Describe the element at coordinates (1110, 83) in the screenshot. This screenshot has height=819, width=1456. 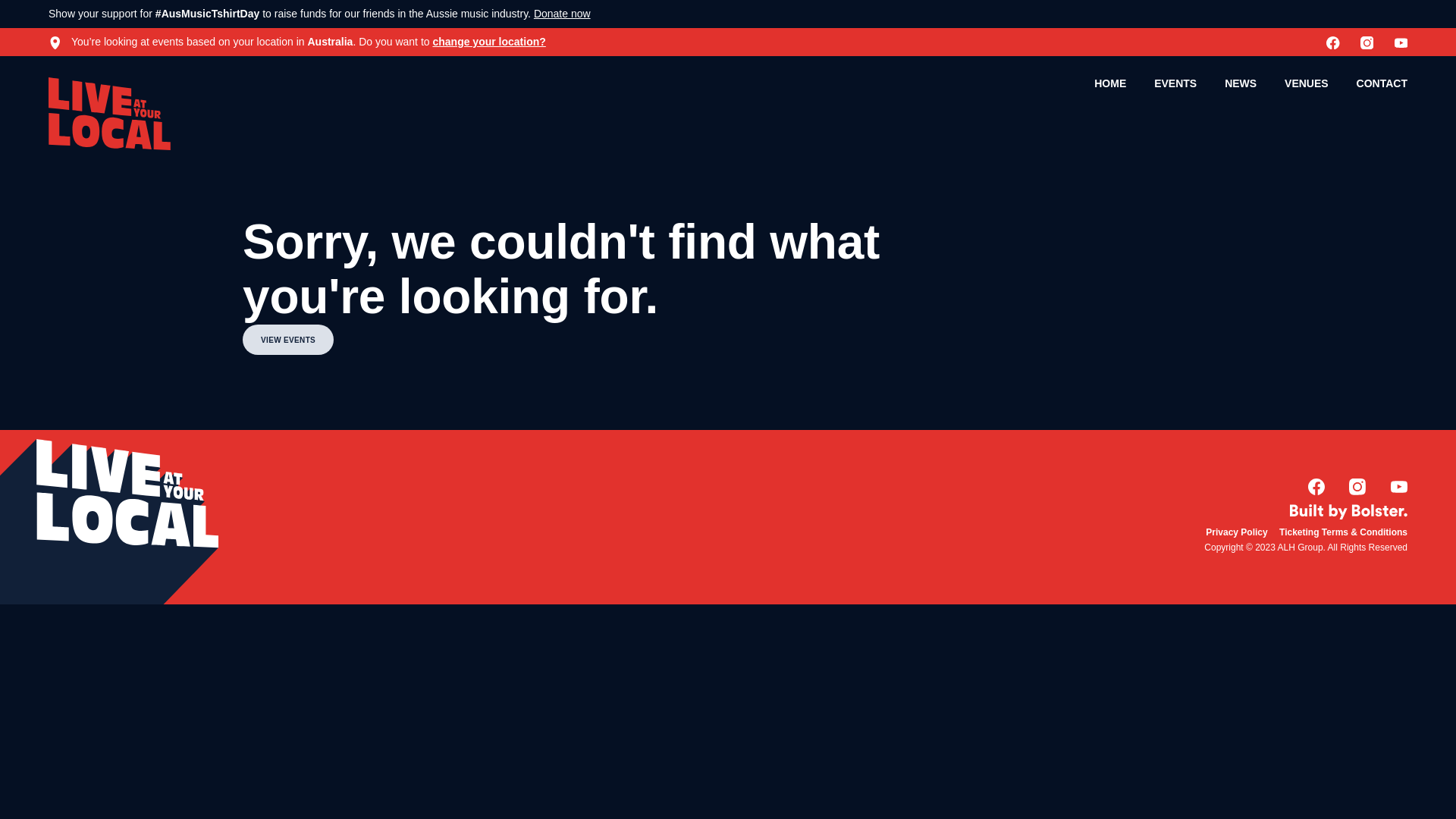
I see `'HOME'` at that location.